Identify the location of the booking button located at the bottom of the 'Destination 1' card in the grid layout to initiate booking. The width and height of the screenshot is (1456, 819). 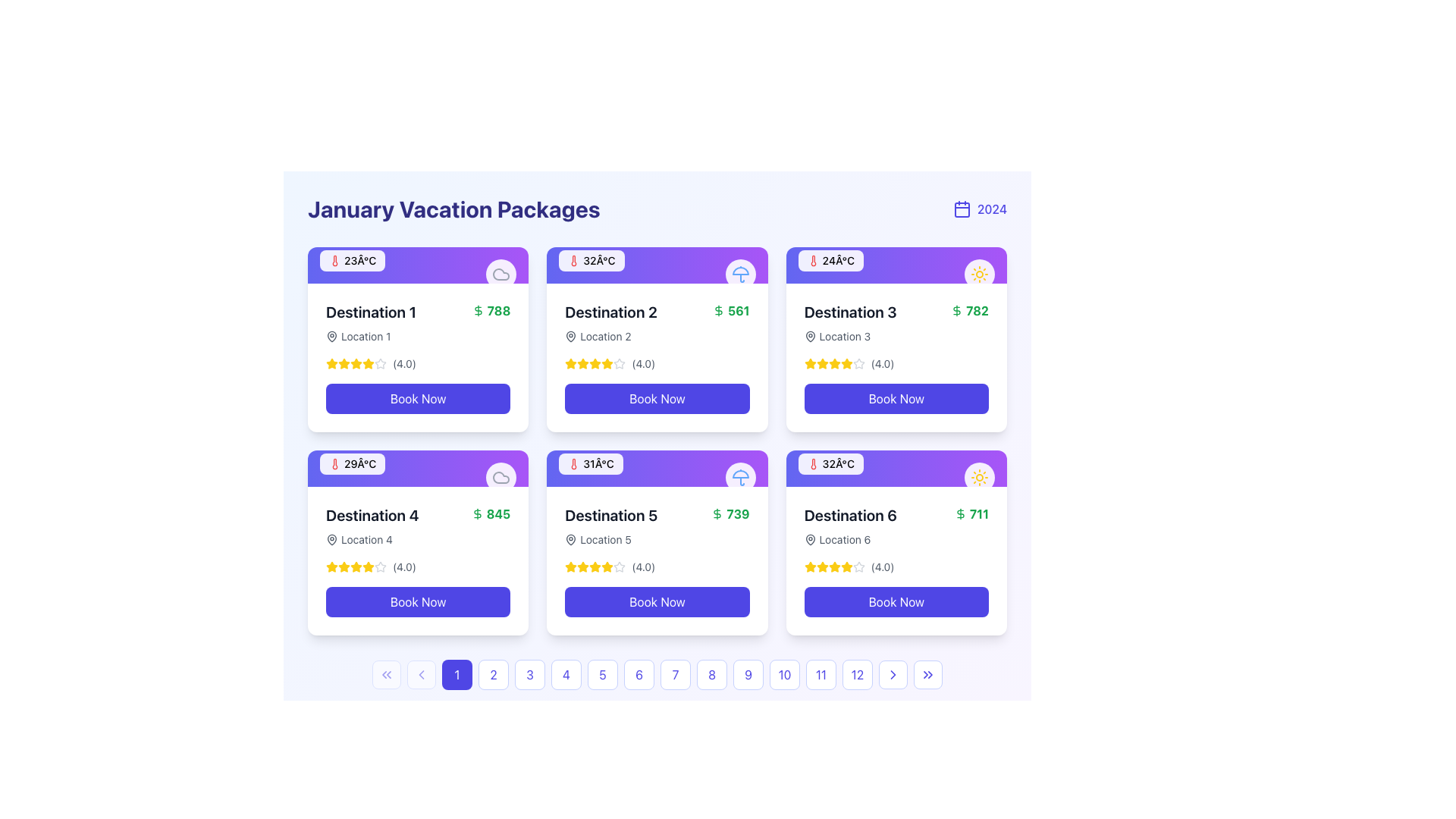
(418, 397).